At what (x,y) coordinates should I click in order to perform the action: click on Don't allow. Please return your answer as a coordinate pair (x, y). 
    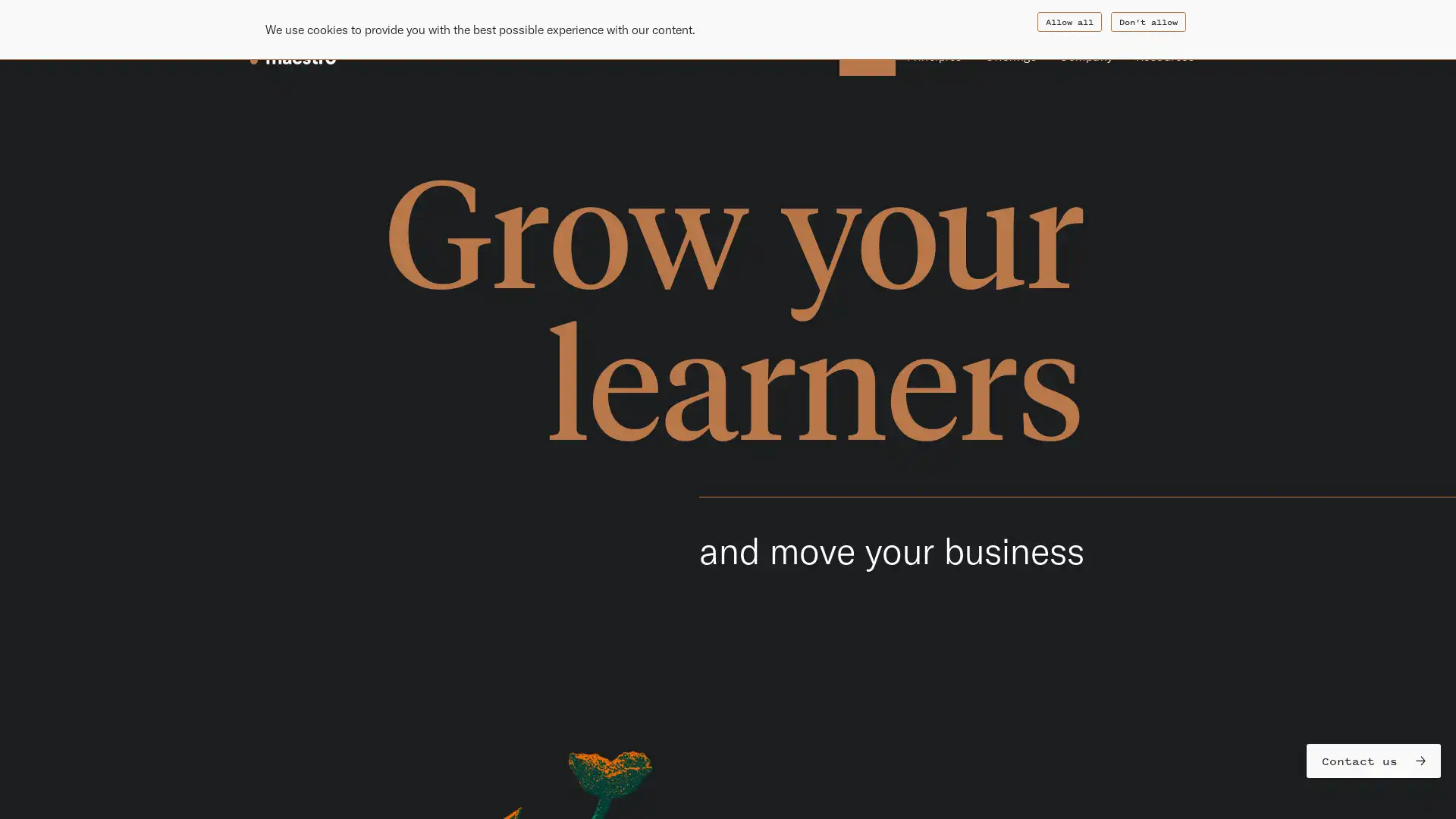
    Looking at the image, I should click on (1148, 22).